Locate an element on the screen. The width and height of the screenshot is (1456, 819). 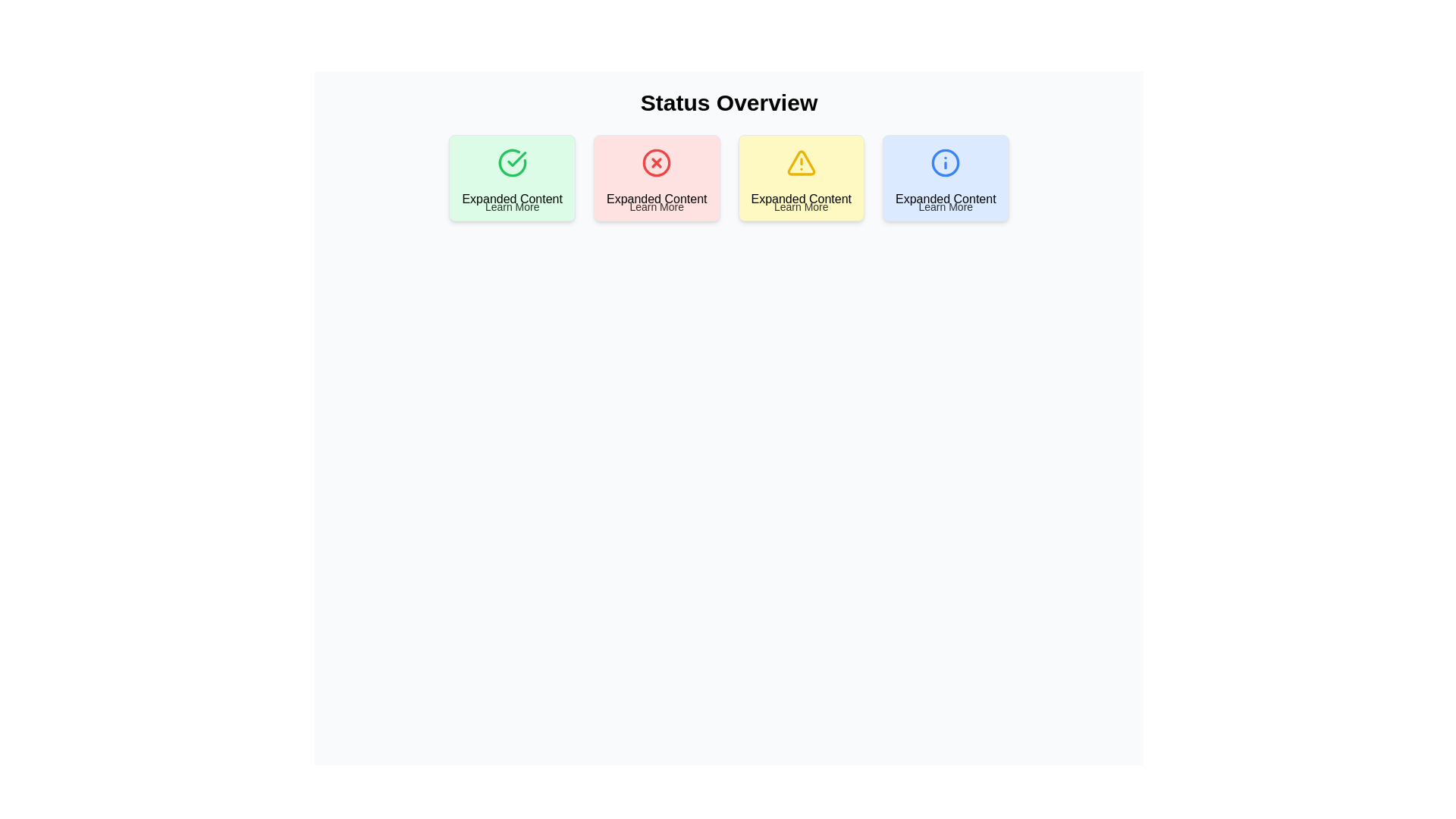
the text label that states 'Expanded Content', which is located within the rightmost card in a horizontal group of four cards, positioned at the top-center of the card section and directly below the blue circle information icon is located at coordinates (945, 198).